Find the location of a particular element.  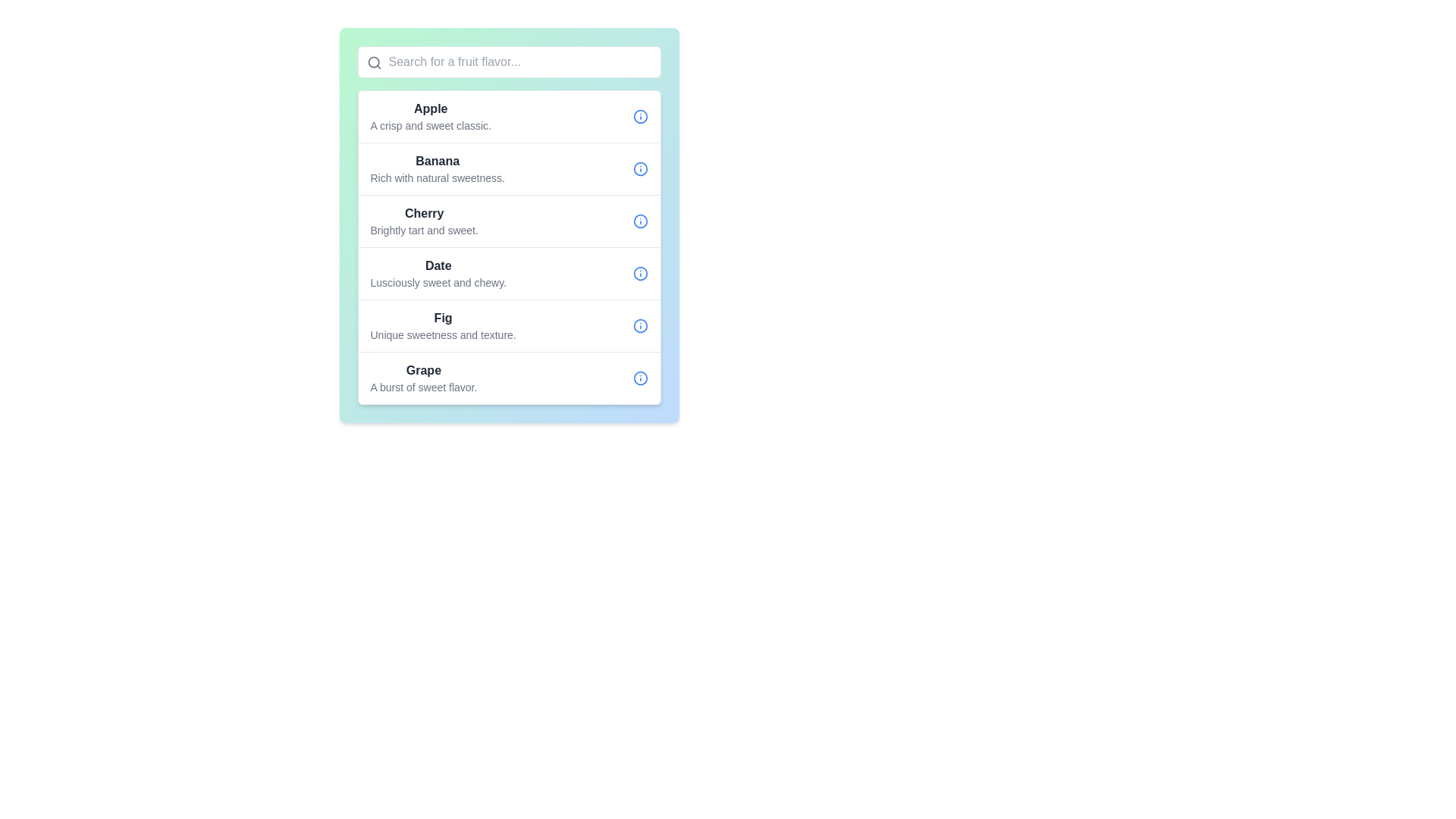

the 'Fig' flavor text label located in the fifth row of the scrolling menu, which is positioned above the descriptive text 'Unique sweetness and texture' is located at coordinates (442, 318).